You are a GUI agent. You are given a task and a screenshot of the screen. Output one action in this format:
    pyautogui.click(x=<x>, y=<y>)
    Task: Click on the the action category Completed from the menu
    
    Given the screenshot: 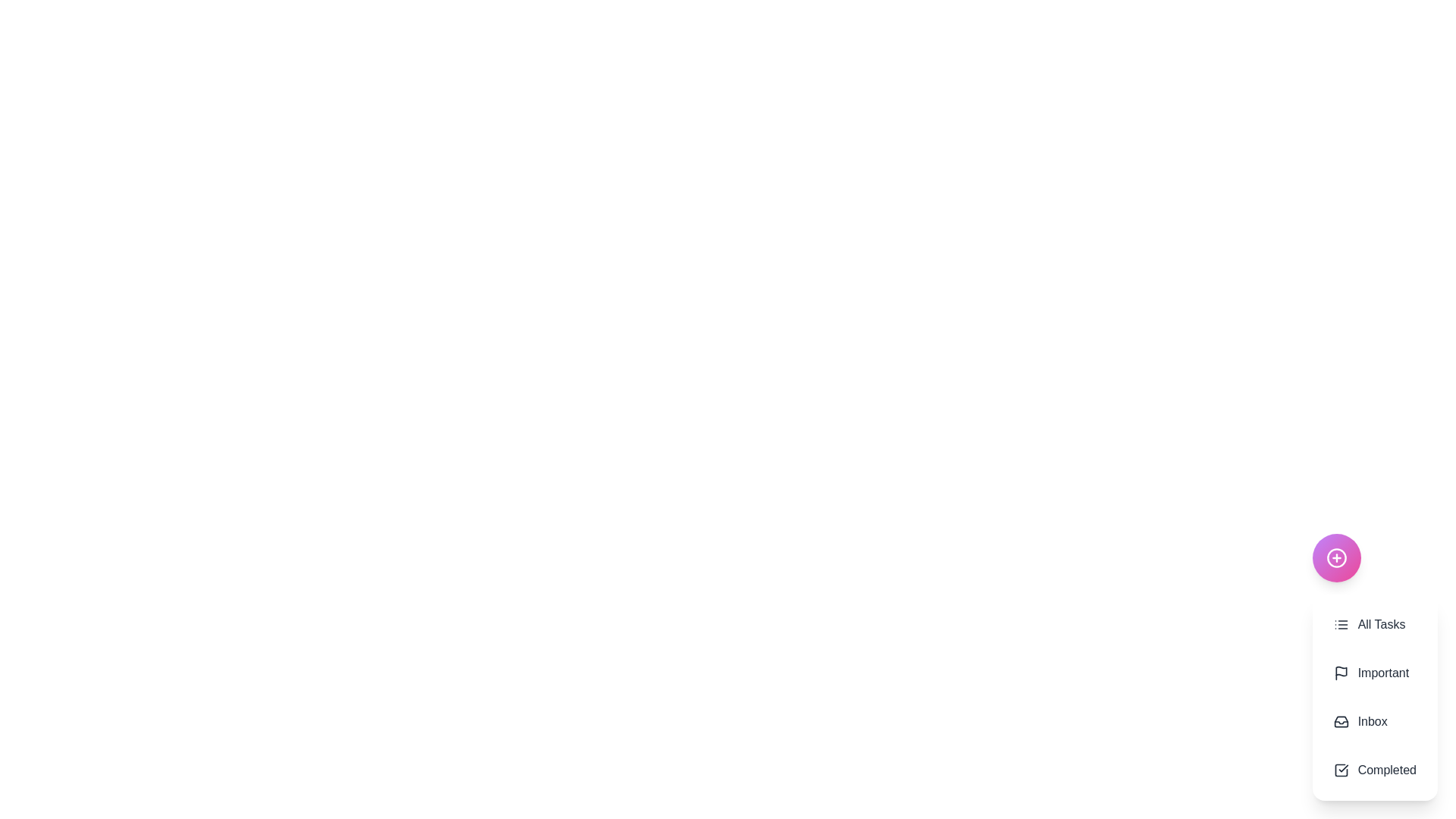 What is the action you would take?
    pyautogui.click(x=1375, y=770)
    